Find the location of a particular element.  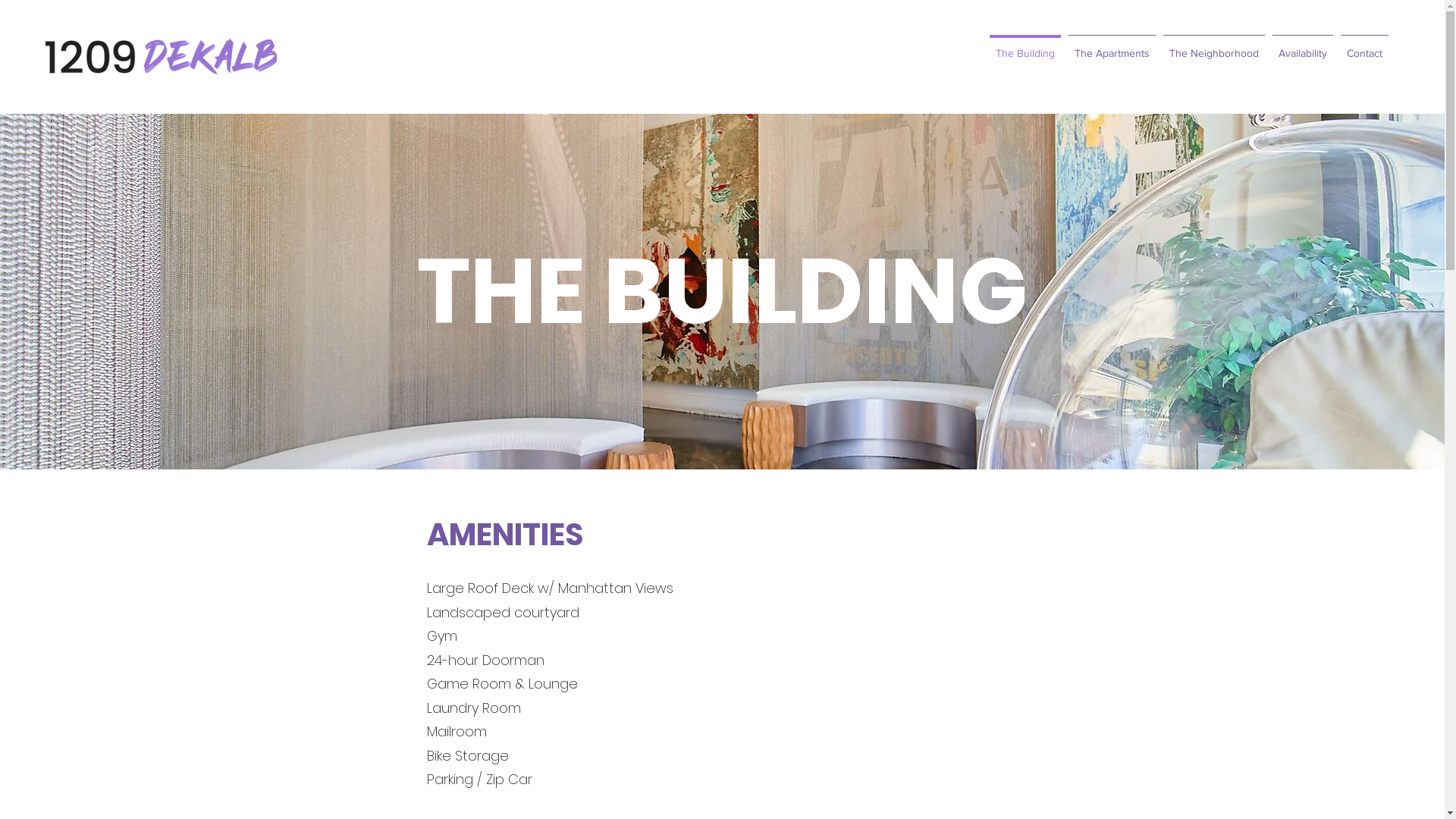

'Contact' is located at coordinates (1364, 45).